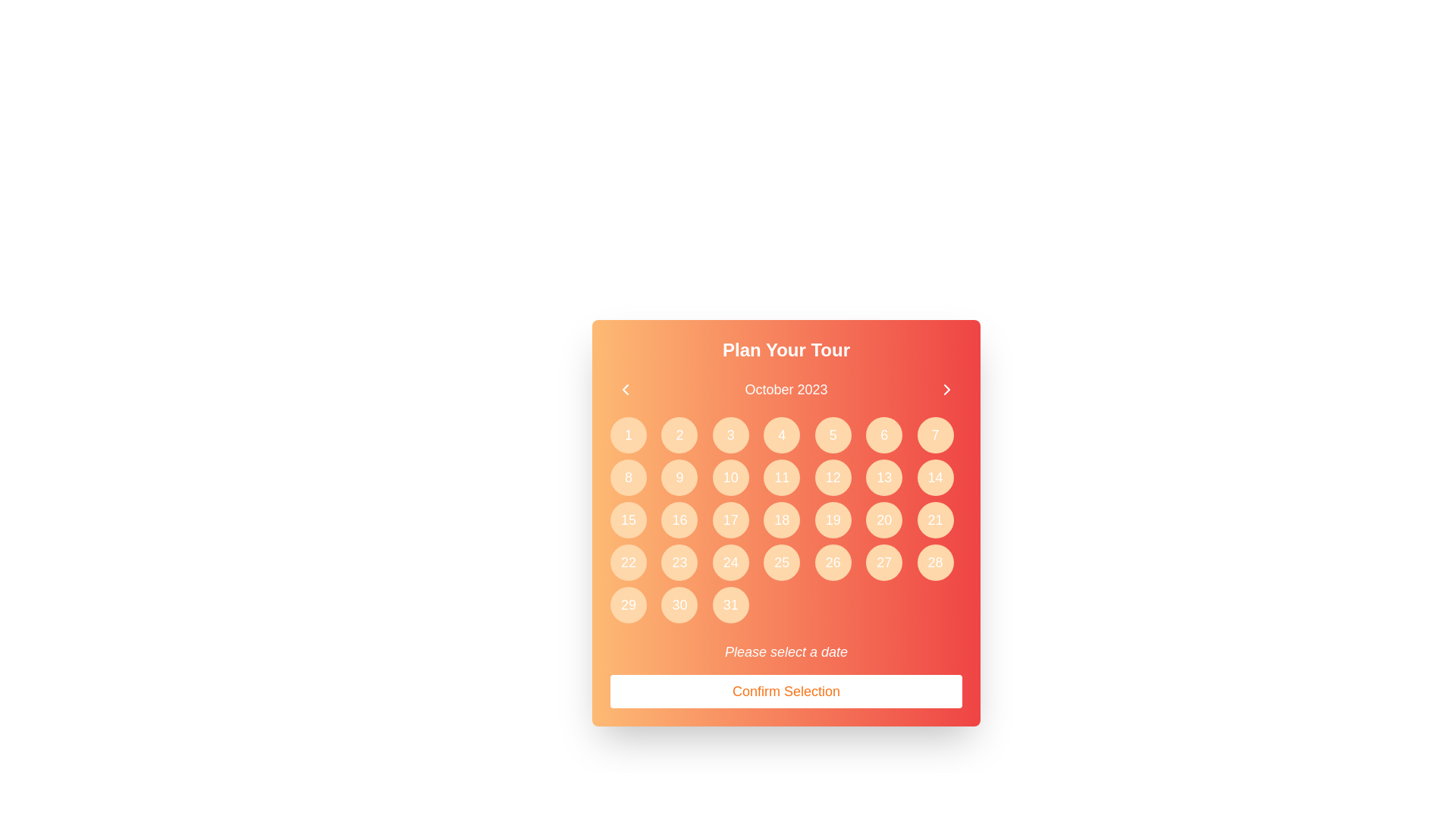  I want to click on the selectable day button in the calendar interface located in the third row and third column of the grid, so click(730, 519).